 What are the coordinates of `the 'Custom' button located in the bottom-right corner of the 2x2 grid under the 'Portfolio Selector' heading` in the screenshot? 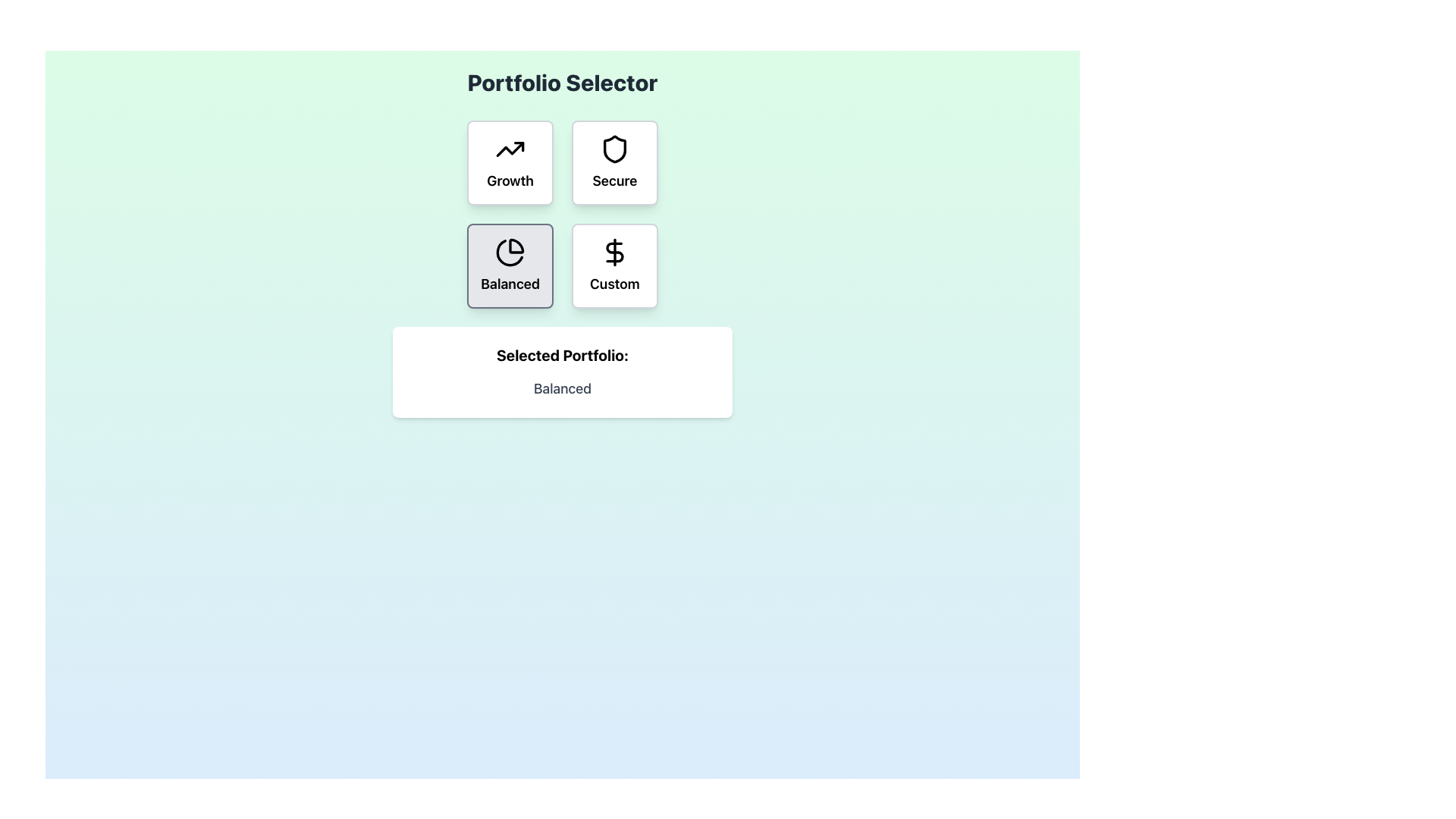 It's located at (614, 265).